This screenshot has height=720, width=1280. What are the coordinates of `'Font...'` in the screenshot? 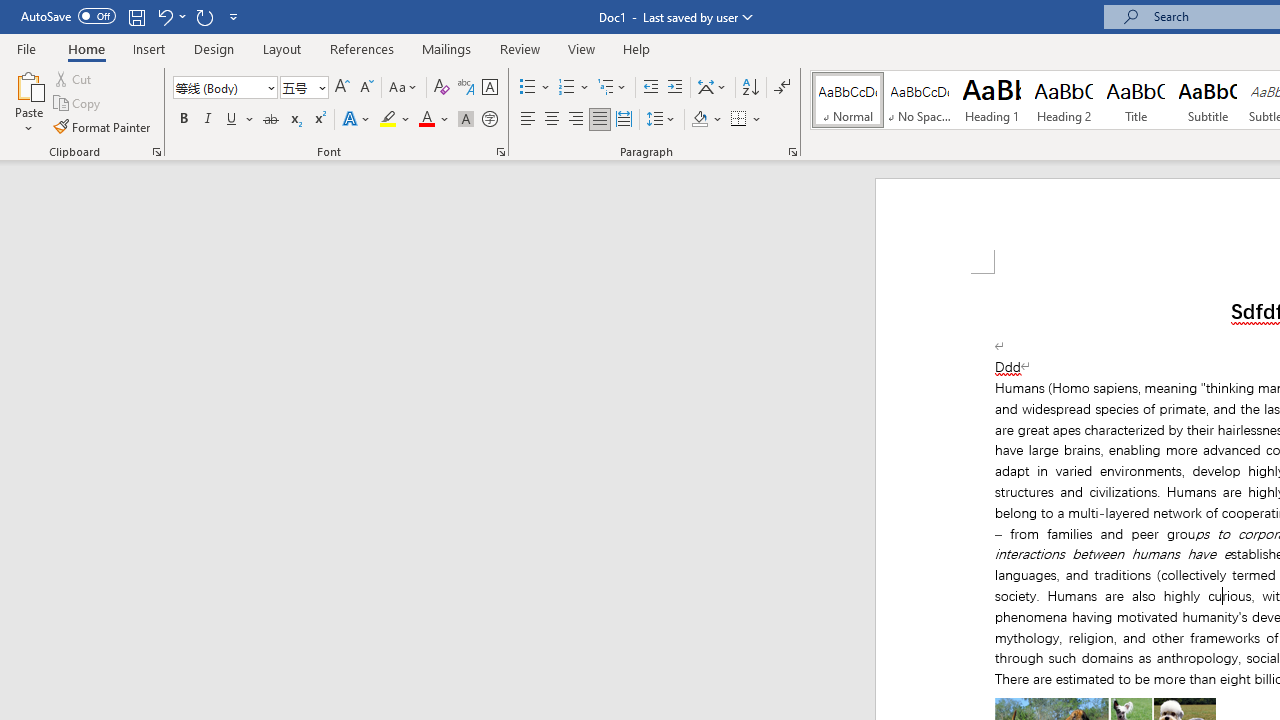 It's located at (501, 150).